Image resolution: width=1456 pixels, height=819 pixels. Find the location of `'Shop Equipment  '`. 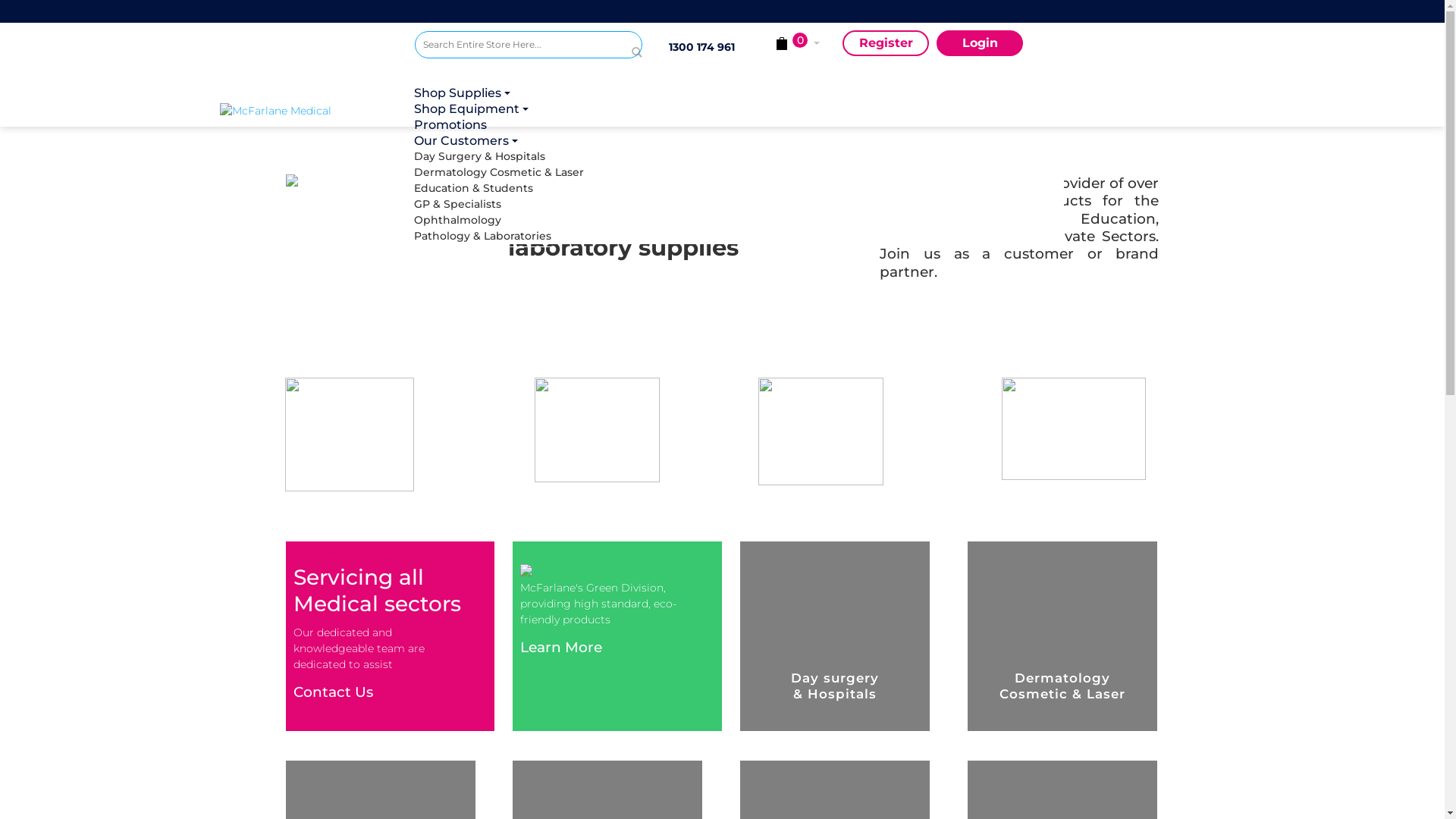

'Shop Equipment  ' is located at coordinates (472, 109).